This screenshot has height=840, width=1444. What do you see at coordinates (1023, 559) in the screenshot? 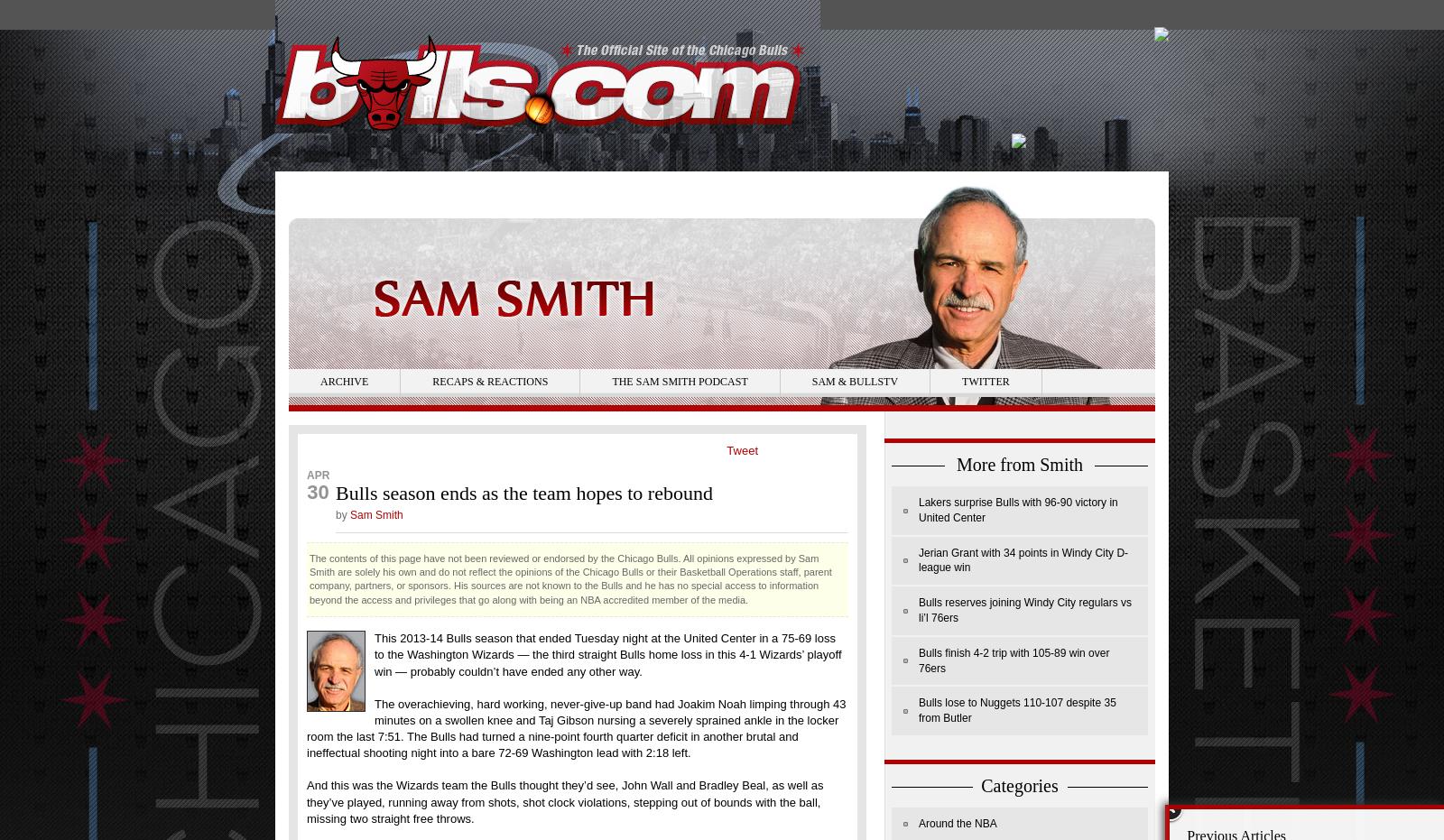
I see `'Jerian Grant with 34 points in Windy City D-league win'` at bounding box center [1023, 559].